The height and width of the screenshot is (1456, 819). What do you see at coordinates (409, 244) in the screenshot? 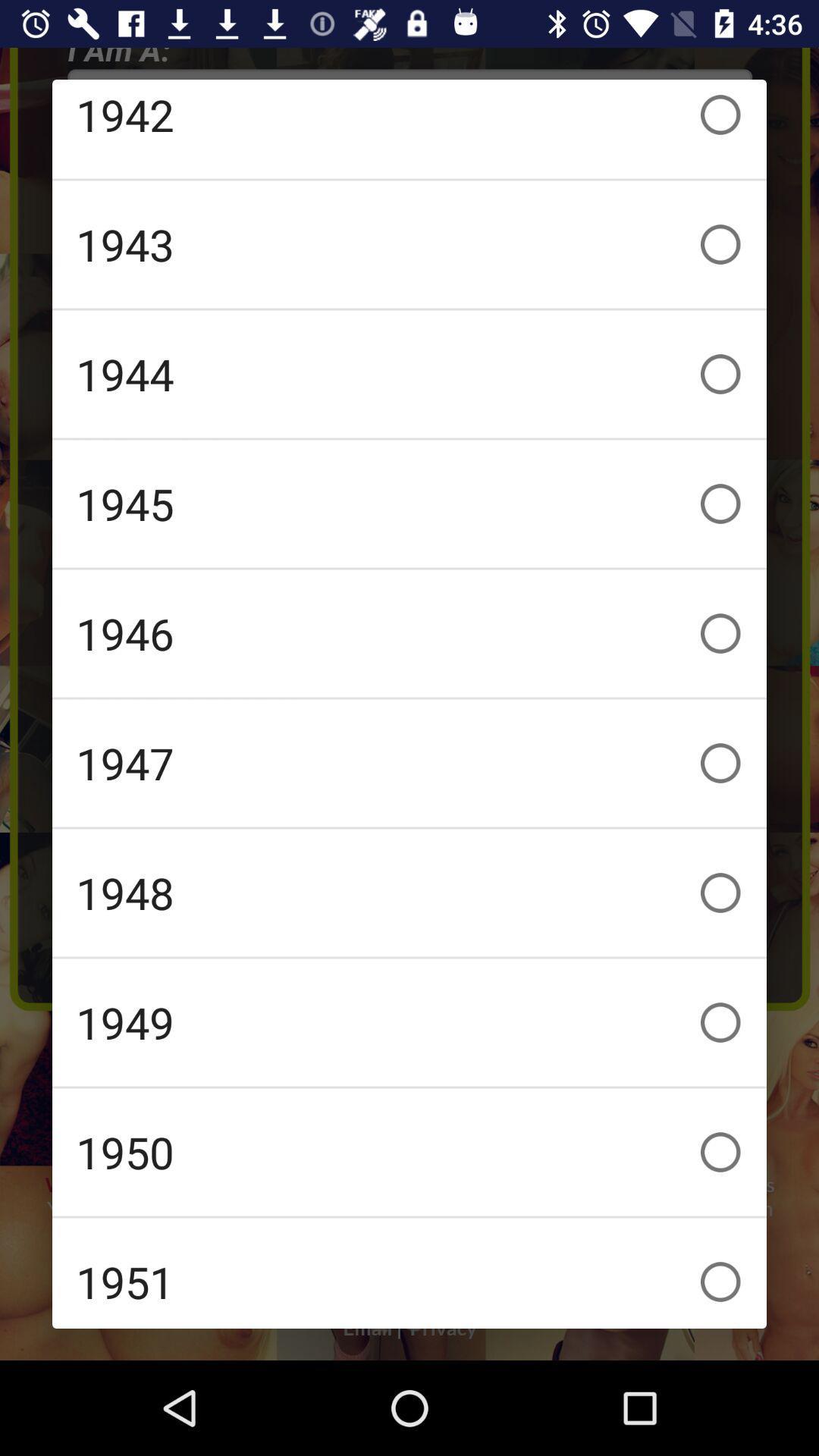
I see `the item above 1944 icon` at bounding box center [409, 244].